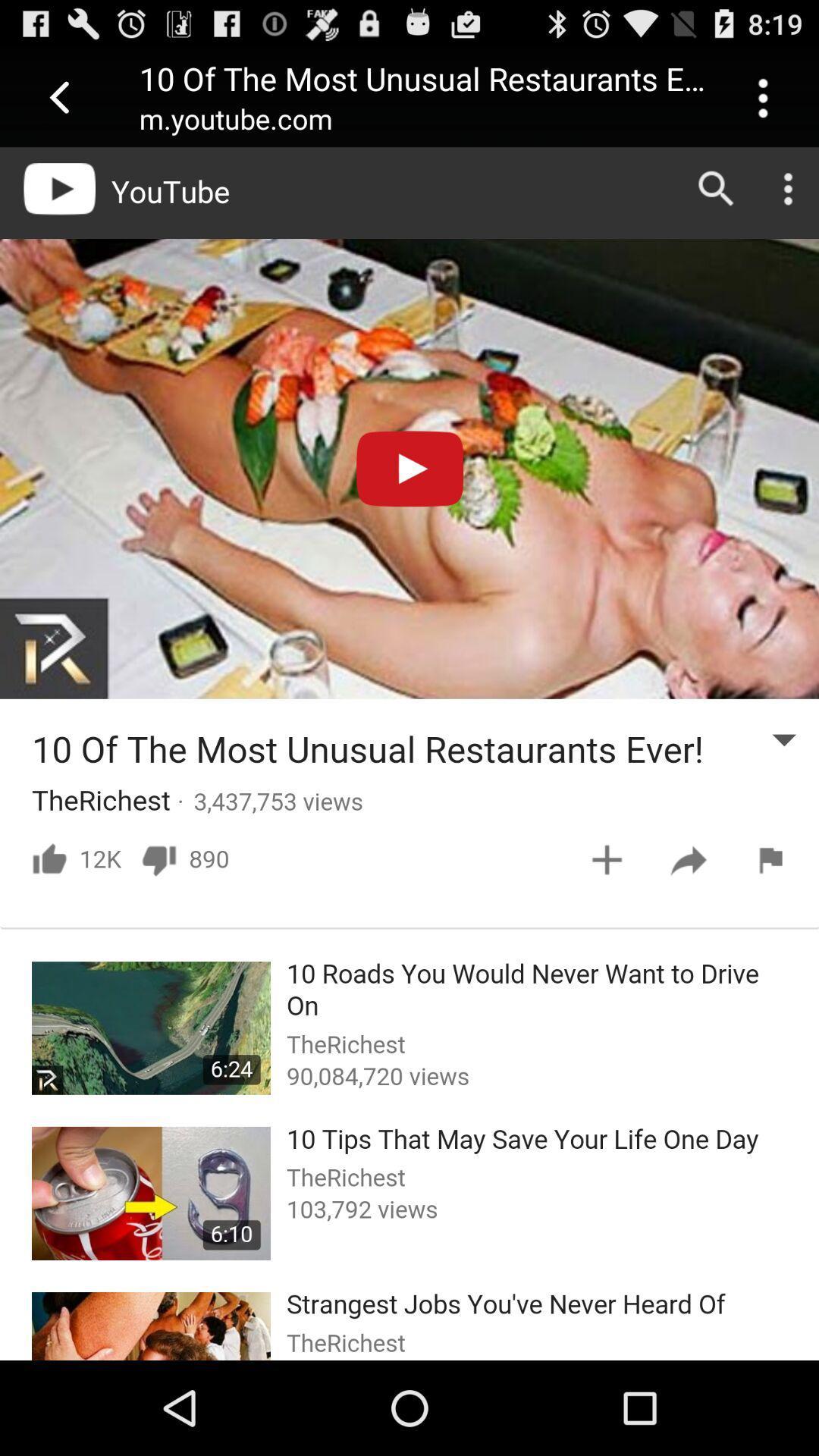  Describe the element at coordinates (409, 754) in the screenshot. I see `color print` at that location.